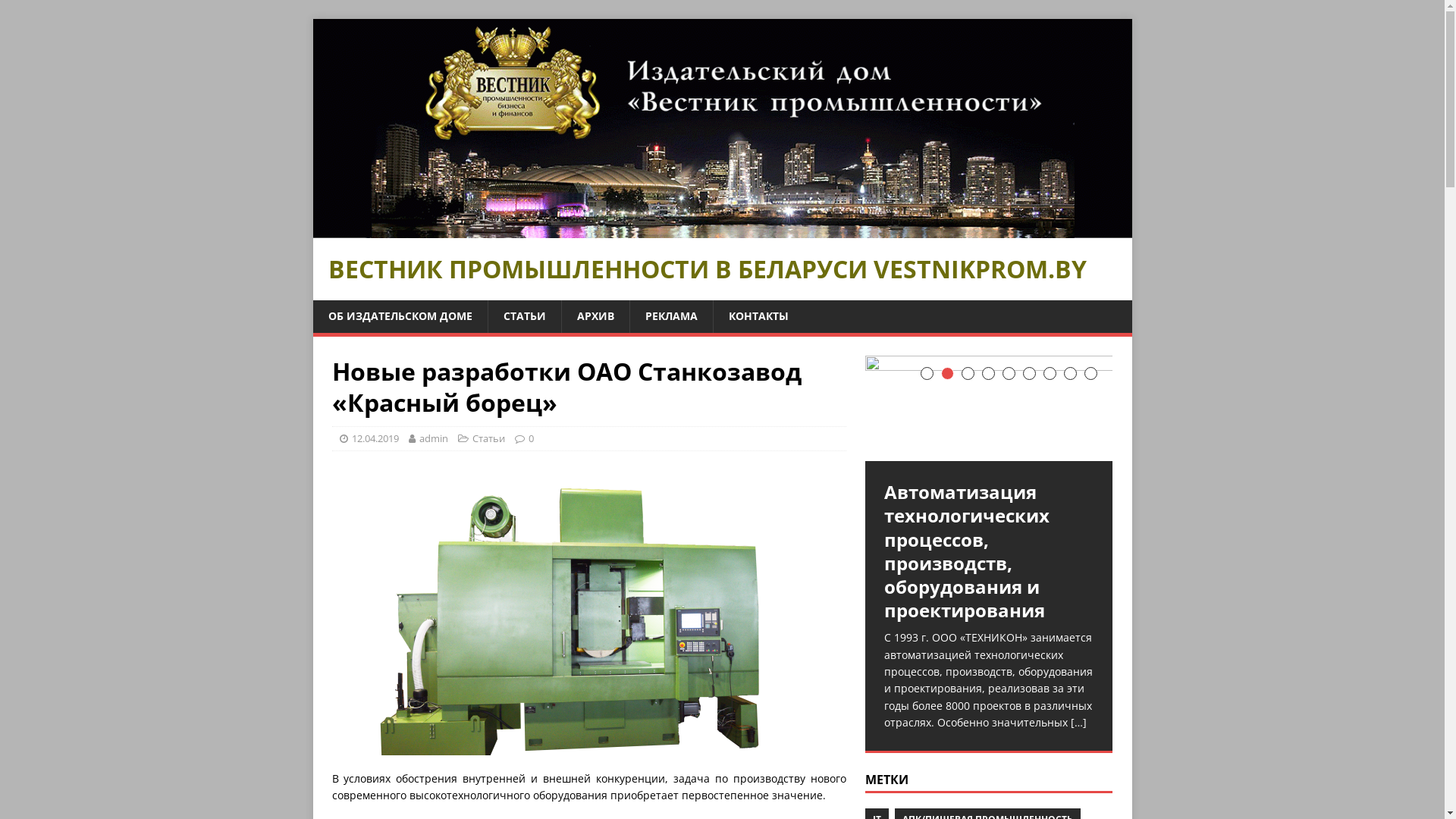 Image resolution: width=1456 pixels, height=819 pixels. What do you see at coordinates (1049, 373) in the screenshot?
I see `'7'` at bounding box center [1049, 373].